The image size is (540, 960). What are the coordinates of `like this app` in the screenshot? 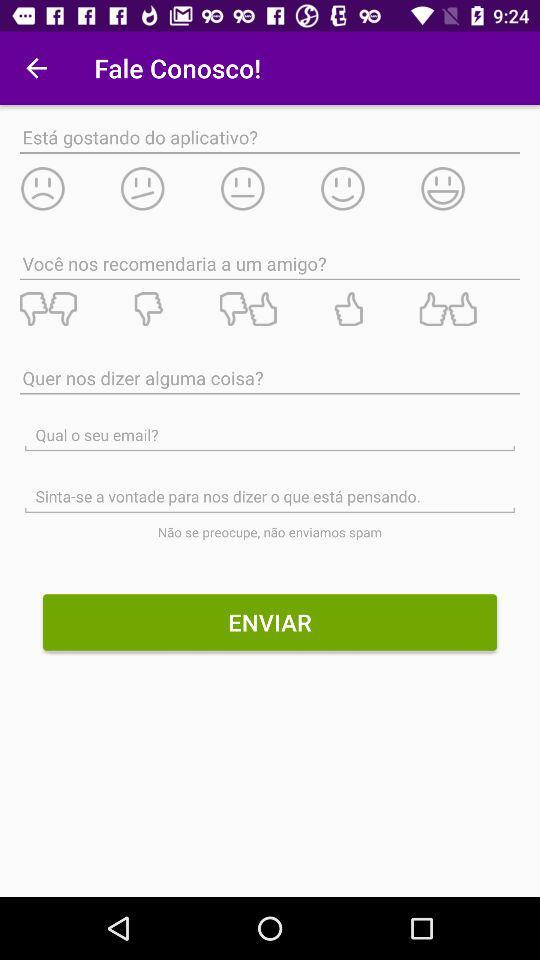 It's located at (469, 188).